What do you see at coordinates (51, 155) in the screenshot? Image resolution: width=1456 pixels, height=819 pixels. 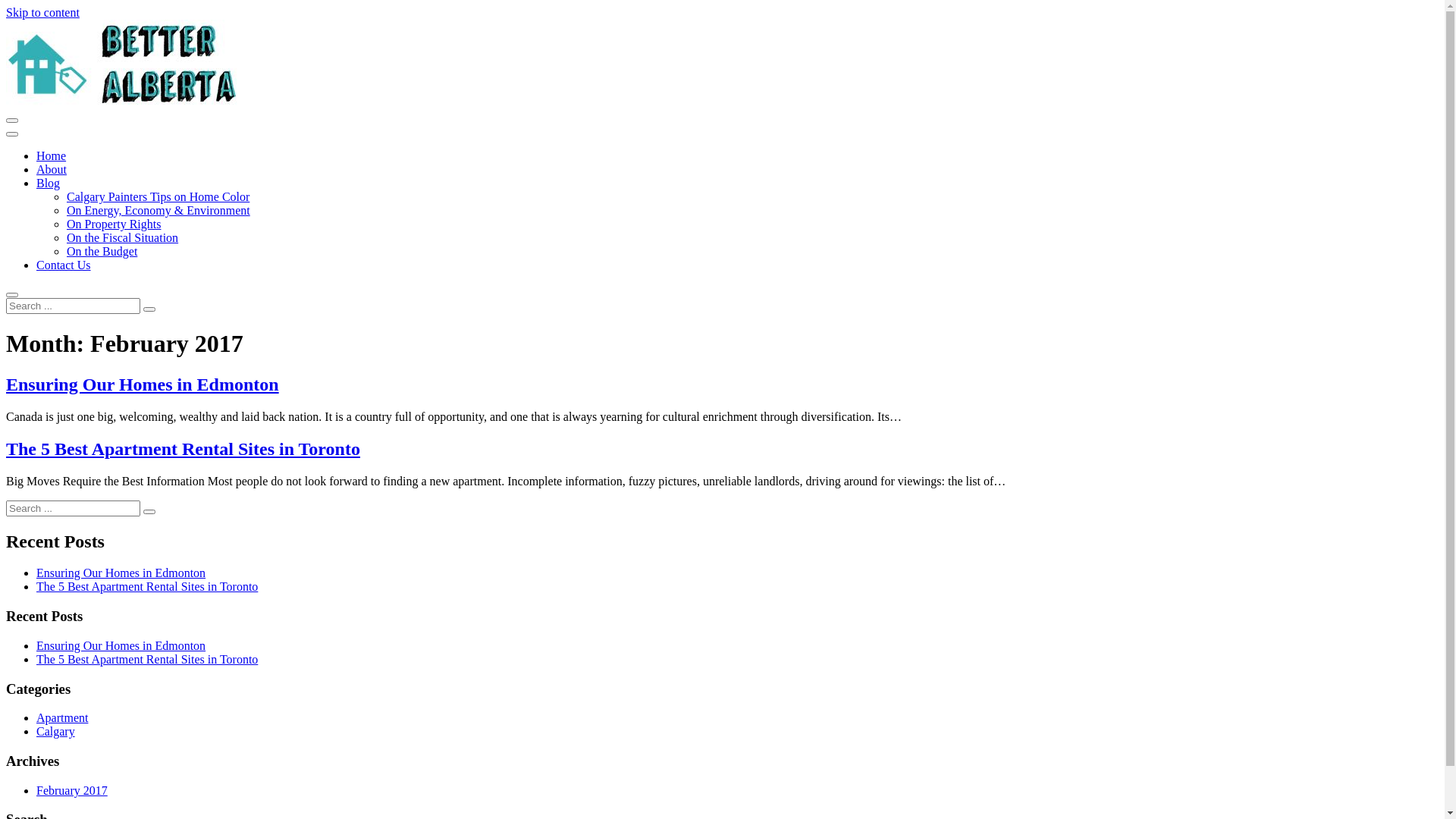 I see `'Home'` at bounding box center [51, 155].